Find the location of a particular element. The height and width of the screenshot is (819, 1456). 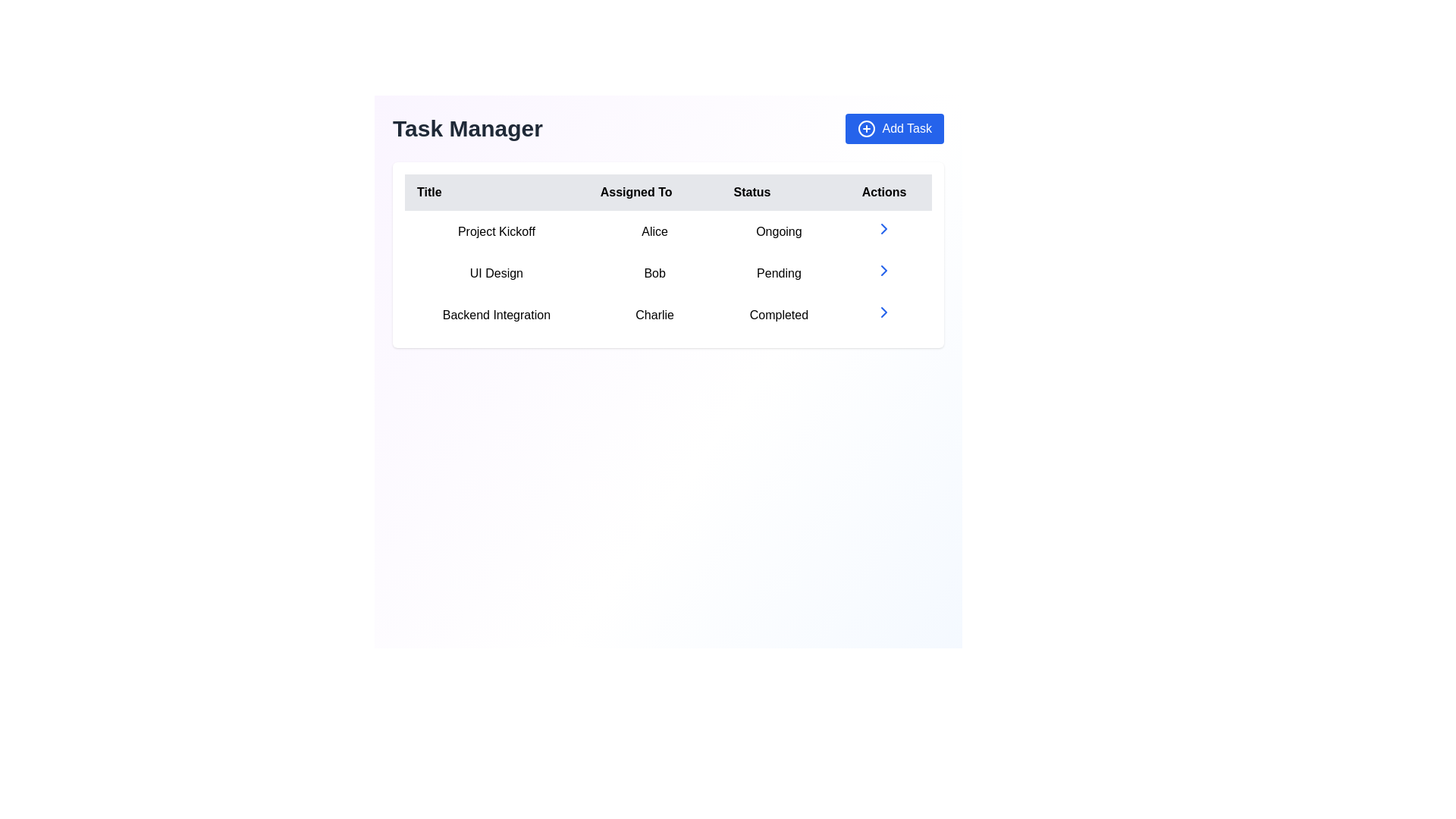

the text label that displays the task's title in the third row of the data table, under the header 'Title', which is located to the left of 'Charlie' and 'Completed' is located at coordinates (496, 314).